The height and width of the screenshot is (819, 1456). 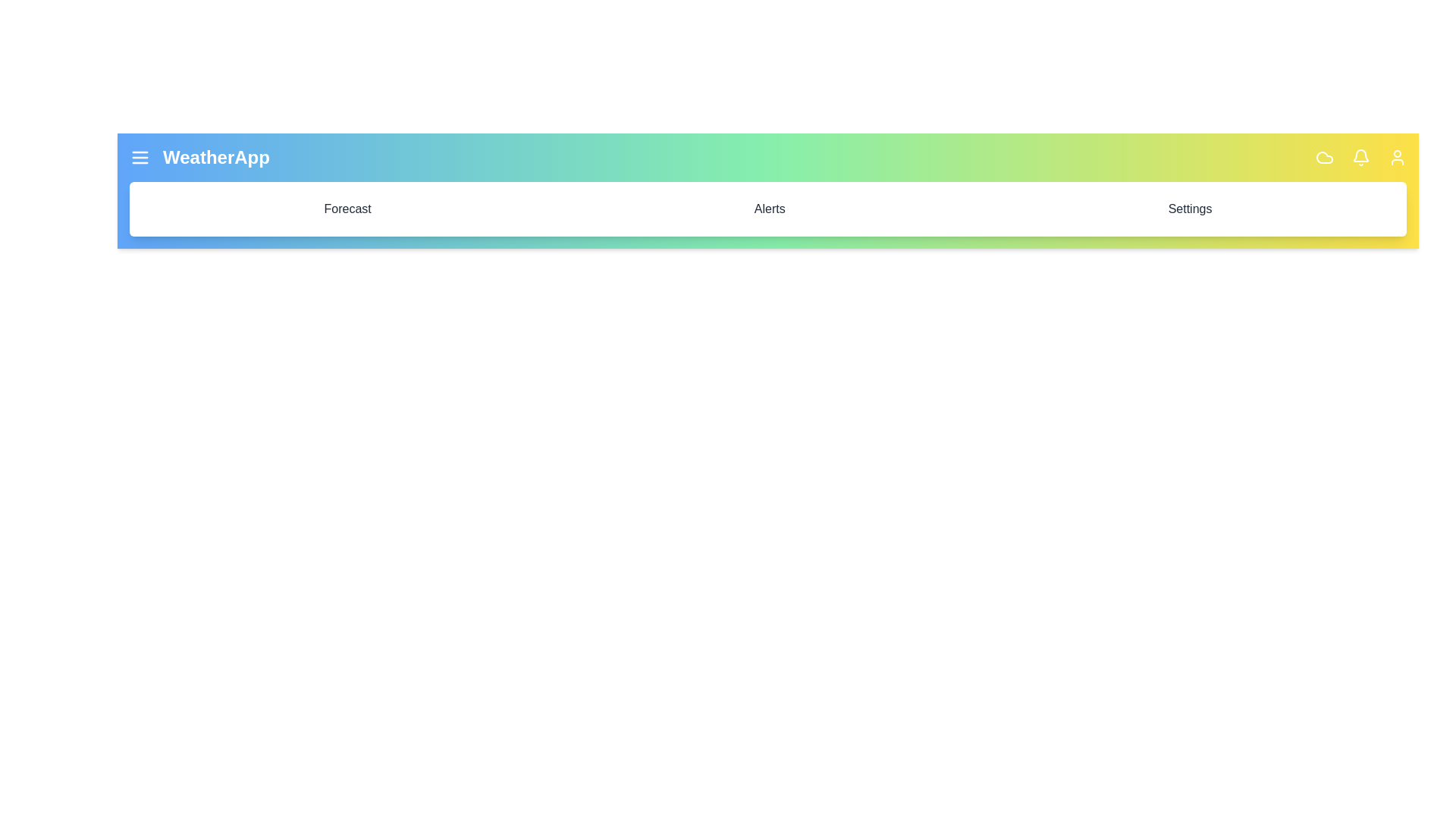 I want to click on the User icon in the navigation bar, so click(x=1397, y=158).